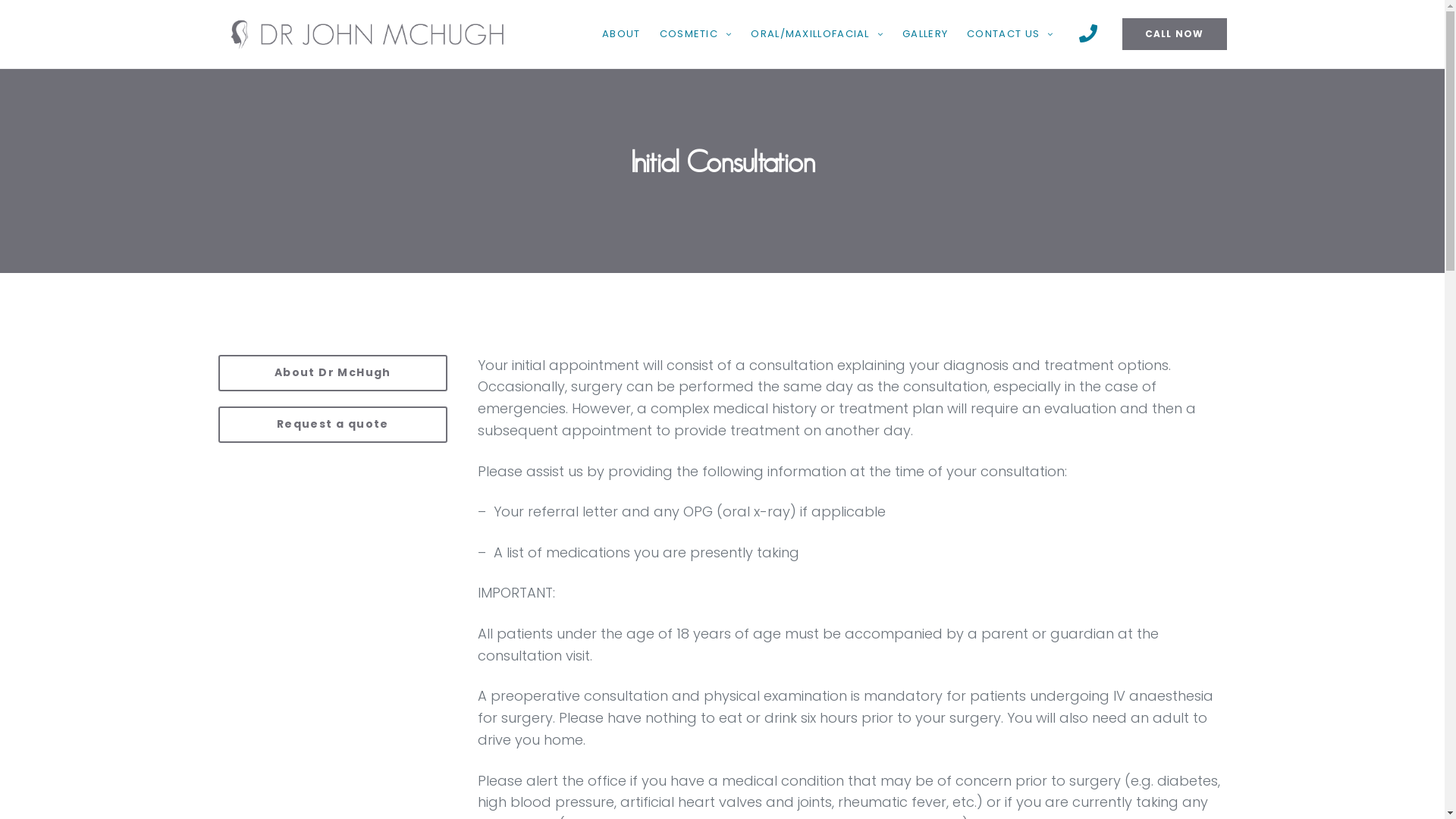  What do you see at coordinates (332, 424) in the screenshot?
I see `'Request a quote'` at bounding box center [332, 424].